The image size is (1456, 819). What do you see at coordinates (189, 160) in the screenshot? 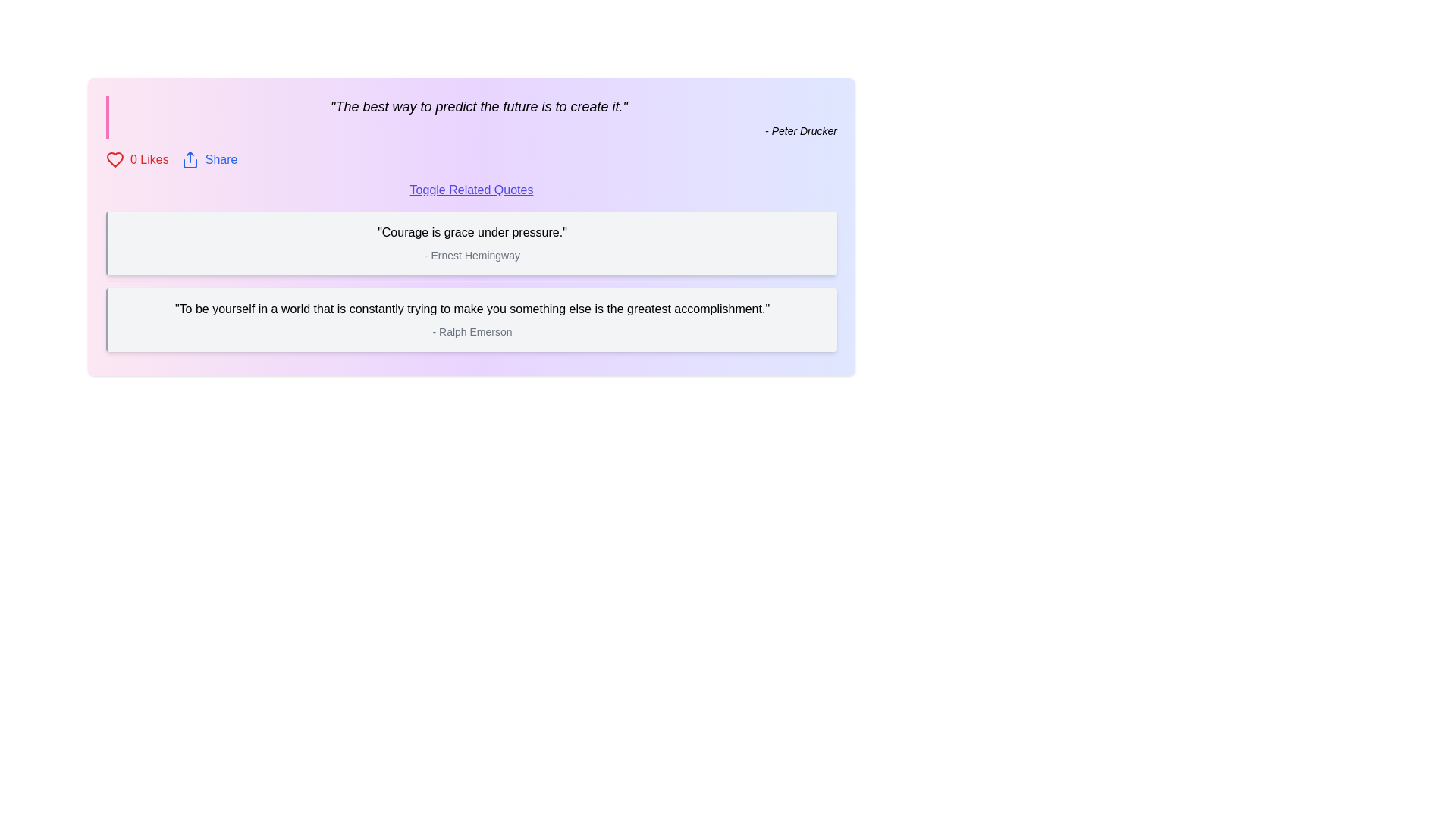
I see `the share icon located to the immediate left of the 'Share' text link to initiate the share action` at bounding box center [189, 160].